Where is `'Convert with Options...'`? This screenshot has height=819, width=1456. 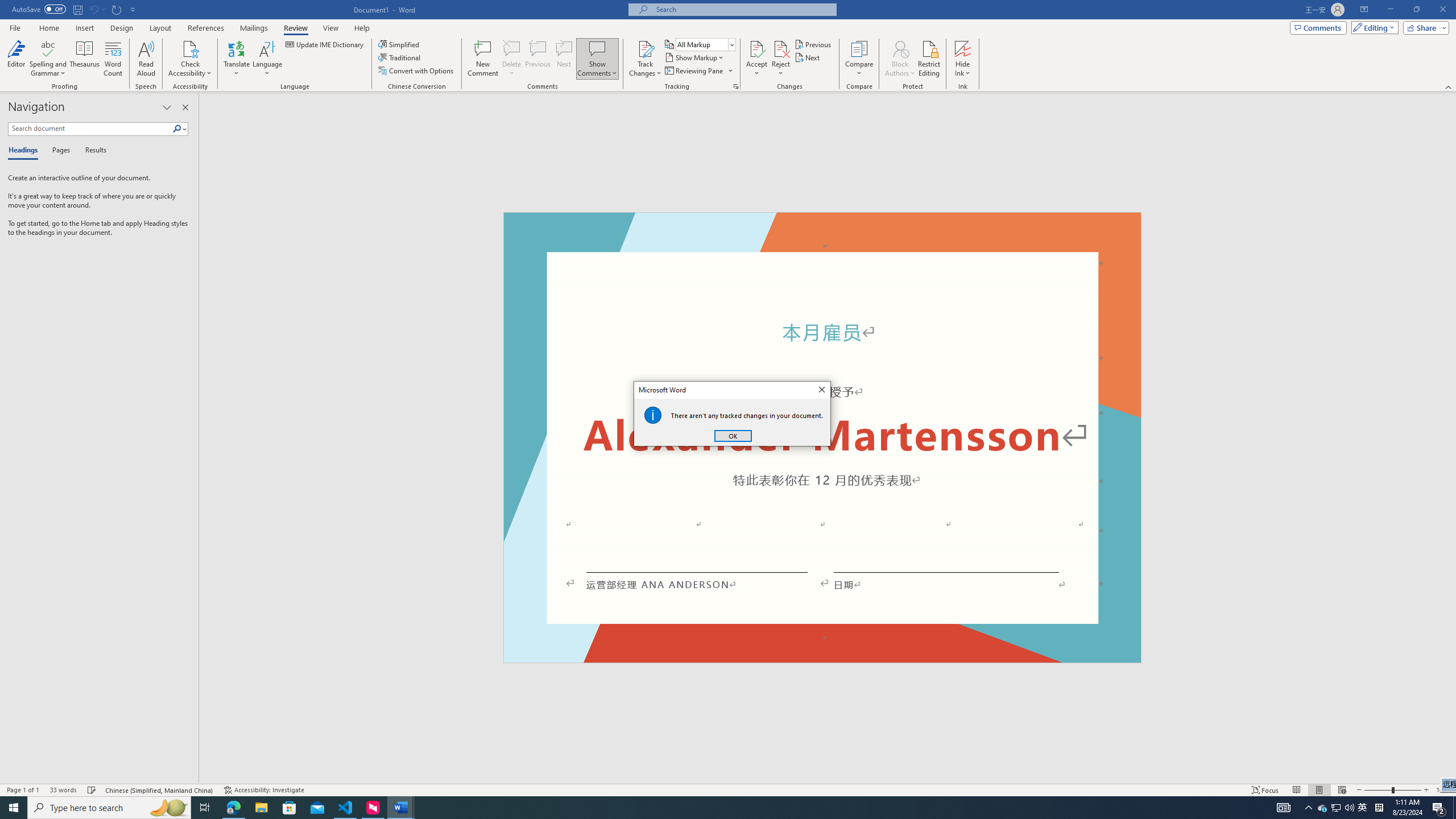 'Convert with Options...' is located at coordinates (417, 69).